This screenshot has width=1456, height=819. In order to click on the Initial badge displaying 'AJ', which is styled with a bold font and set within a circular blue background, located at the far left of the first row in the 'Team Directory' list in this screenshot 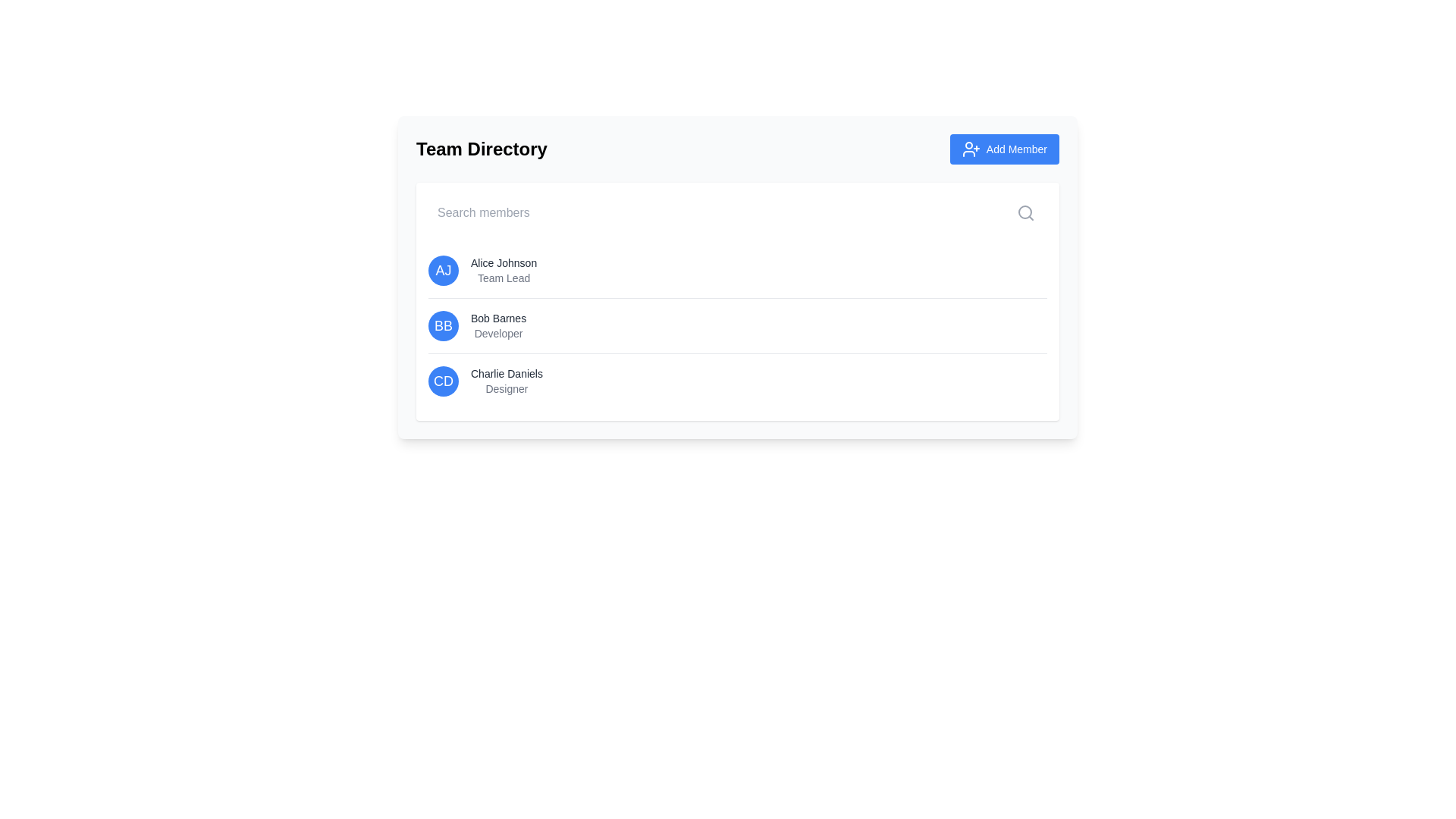, I will do `click(443, 270)`.